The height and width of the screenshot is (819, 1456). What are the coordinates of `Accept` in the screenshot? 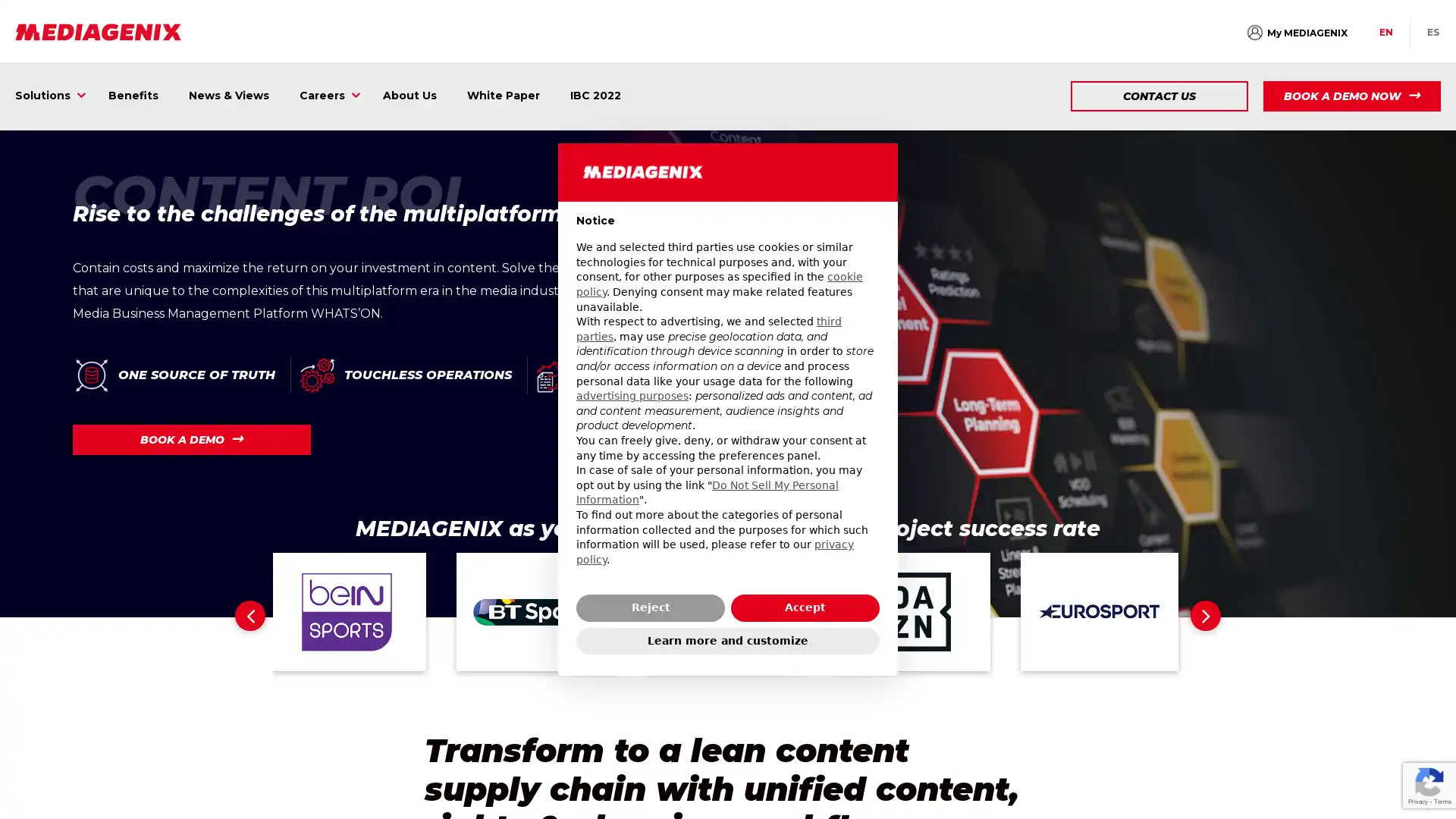 It's located at (804, 607).